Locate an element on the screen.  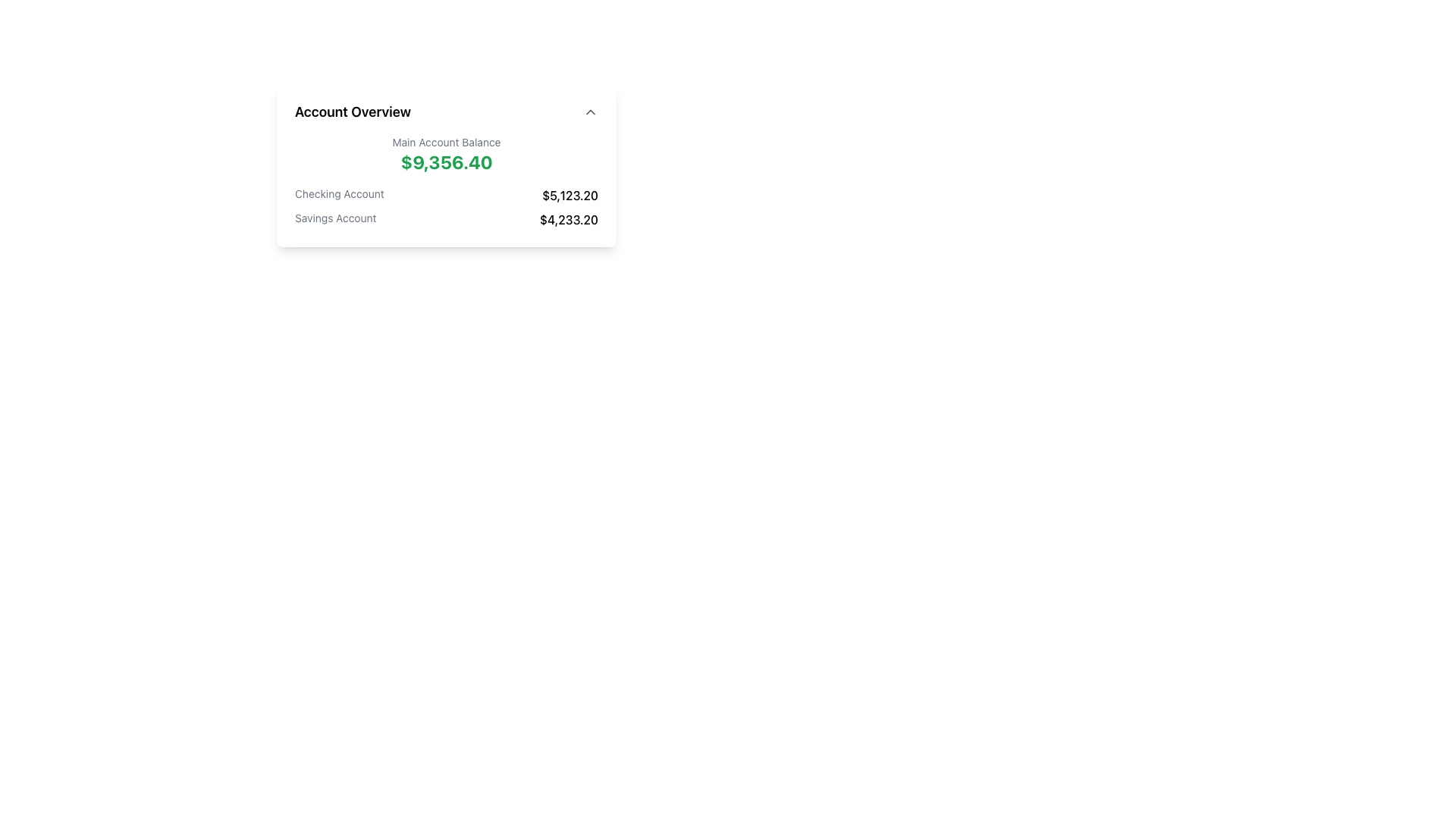
the account balance display in the 'Account Overview' section, which is located directly below the 'Main Account Balance' label is located at coordinates (446, 162).